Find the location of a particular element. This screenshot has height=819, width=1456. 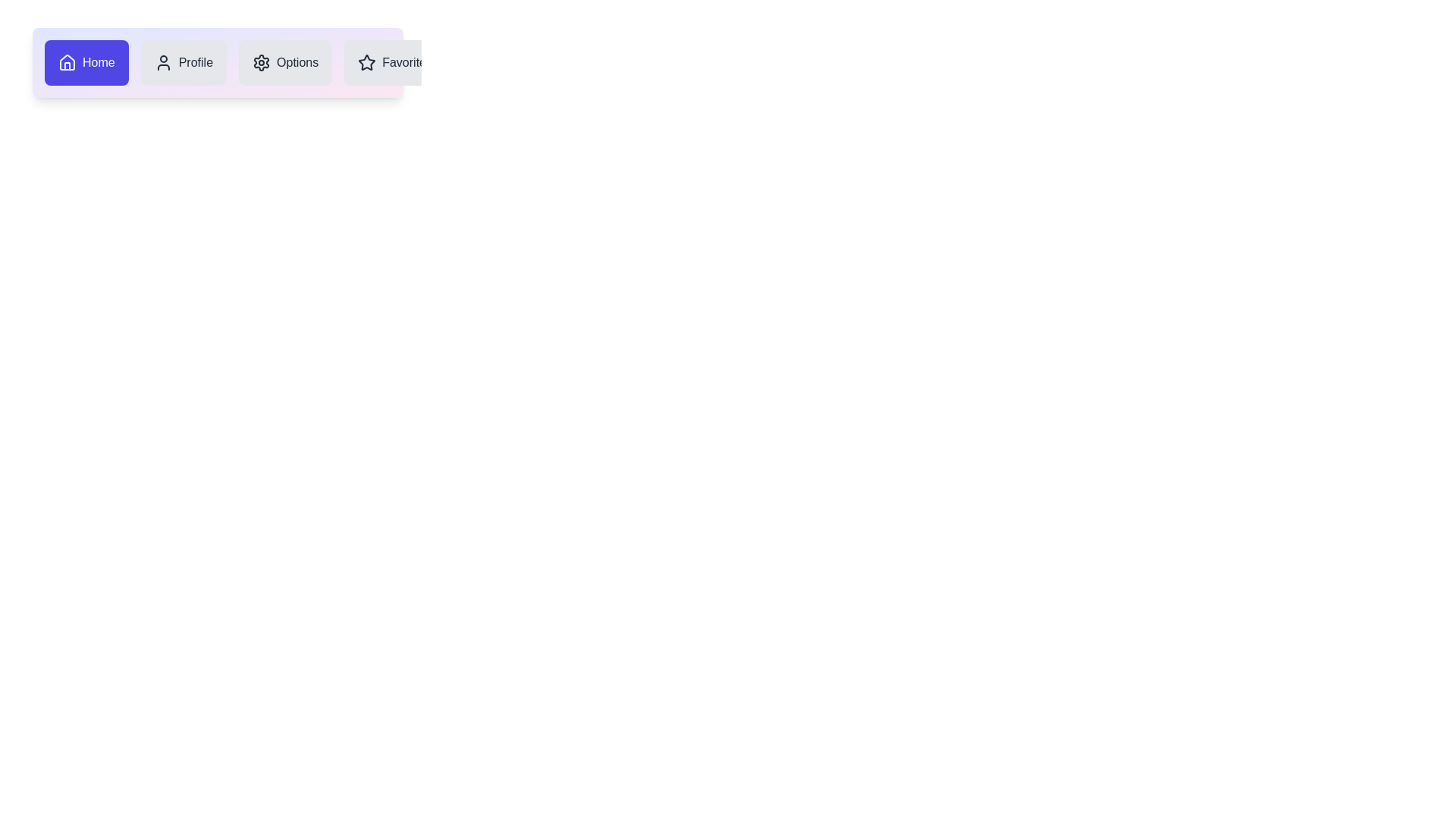

the Options icon in the navigation bar is located at coordinates (286, 62).